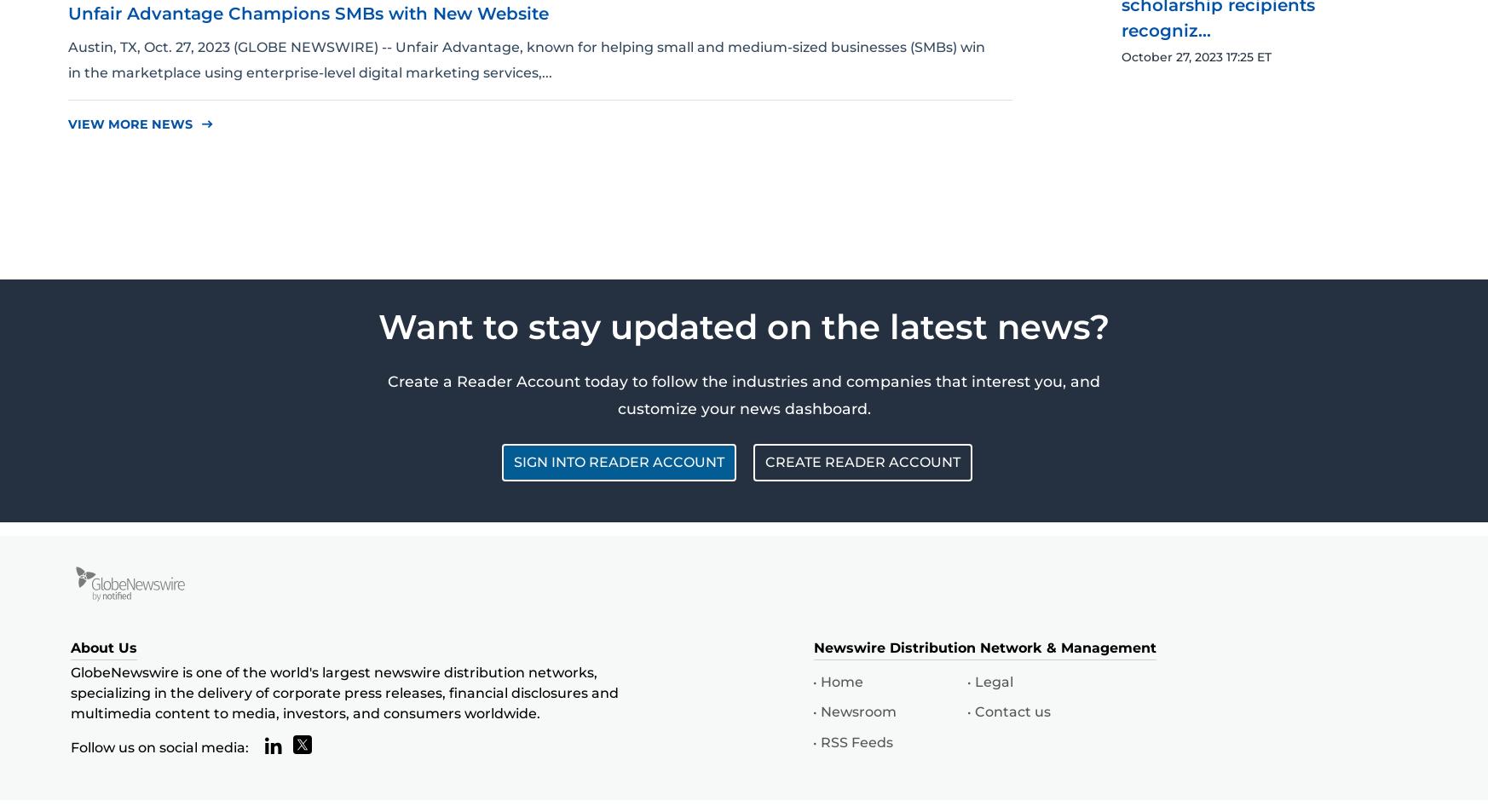 The image size is (1488, 812). I want to click on 'Legal', so click(974, 682).